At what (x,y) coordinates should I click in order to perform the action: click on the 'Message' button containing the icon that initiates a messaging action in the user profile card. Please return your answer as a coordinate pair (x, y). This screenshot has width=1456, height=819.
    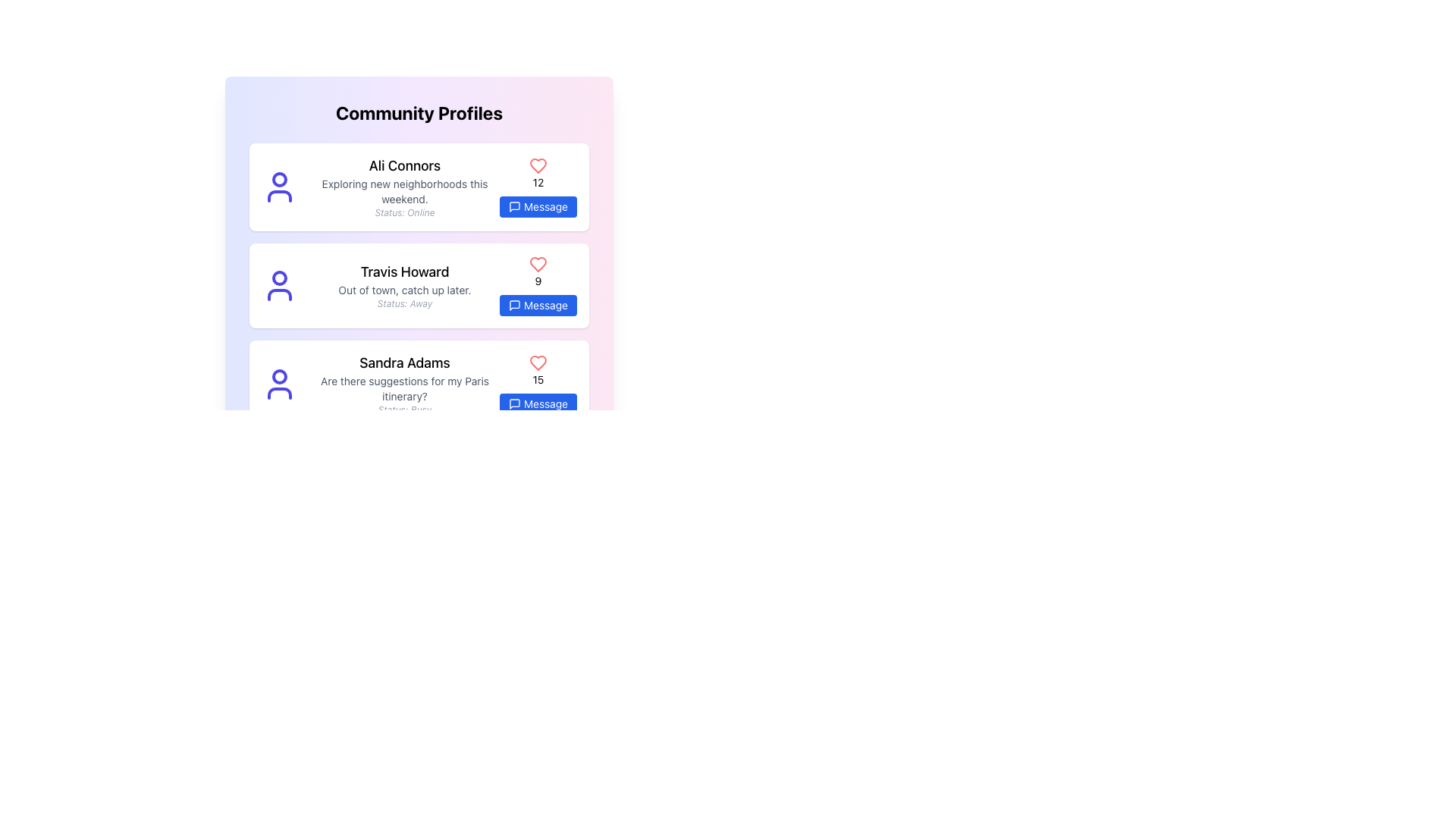
    Looking at the image, I should click on (515, 305).